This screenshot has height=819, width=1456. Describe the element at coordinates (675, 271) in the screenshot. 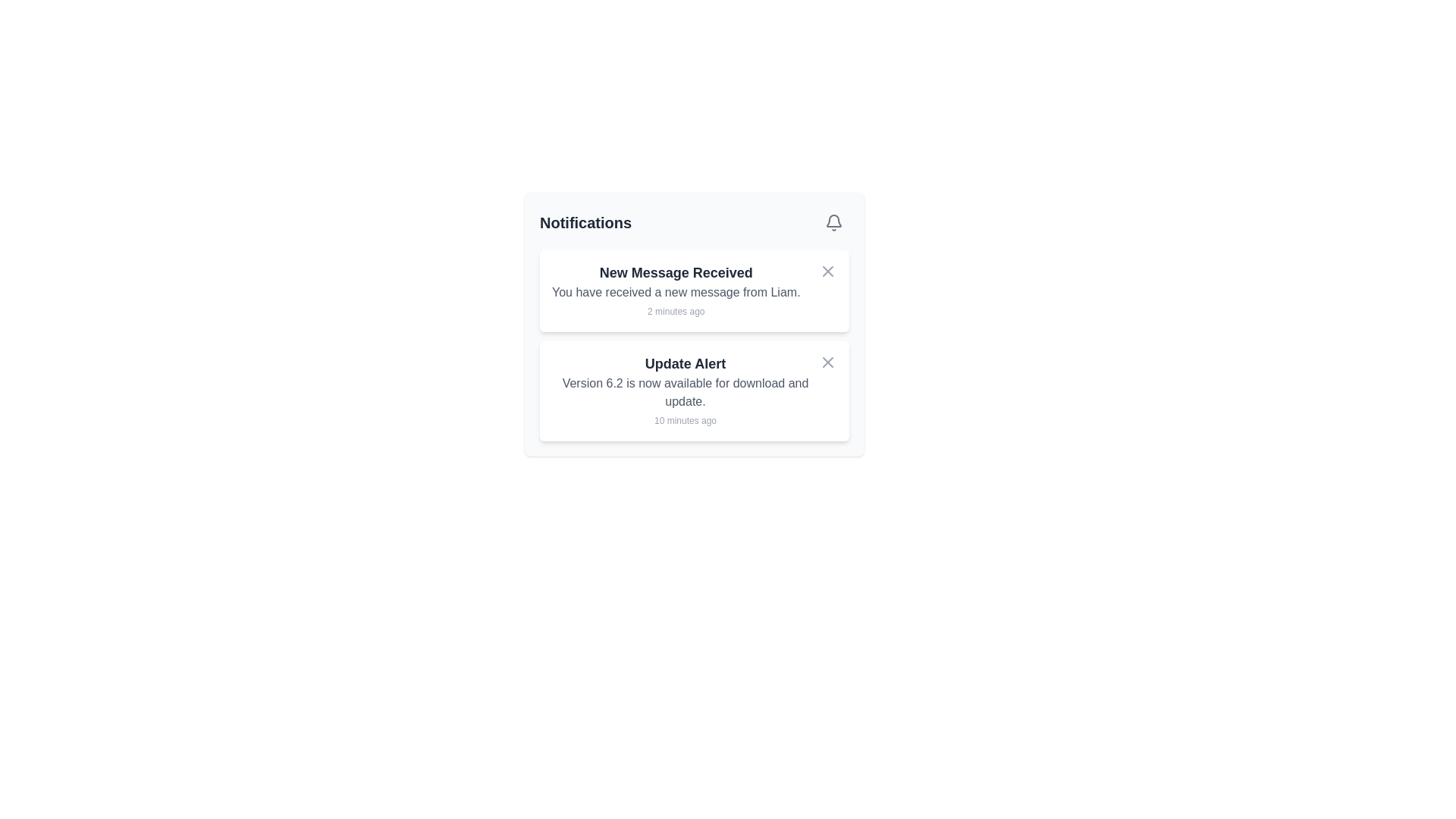

I see `text from the bold and large text label that reads 'New Message Received', which is located at the top of the notification card within the notifications list` at that location.